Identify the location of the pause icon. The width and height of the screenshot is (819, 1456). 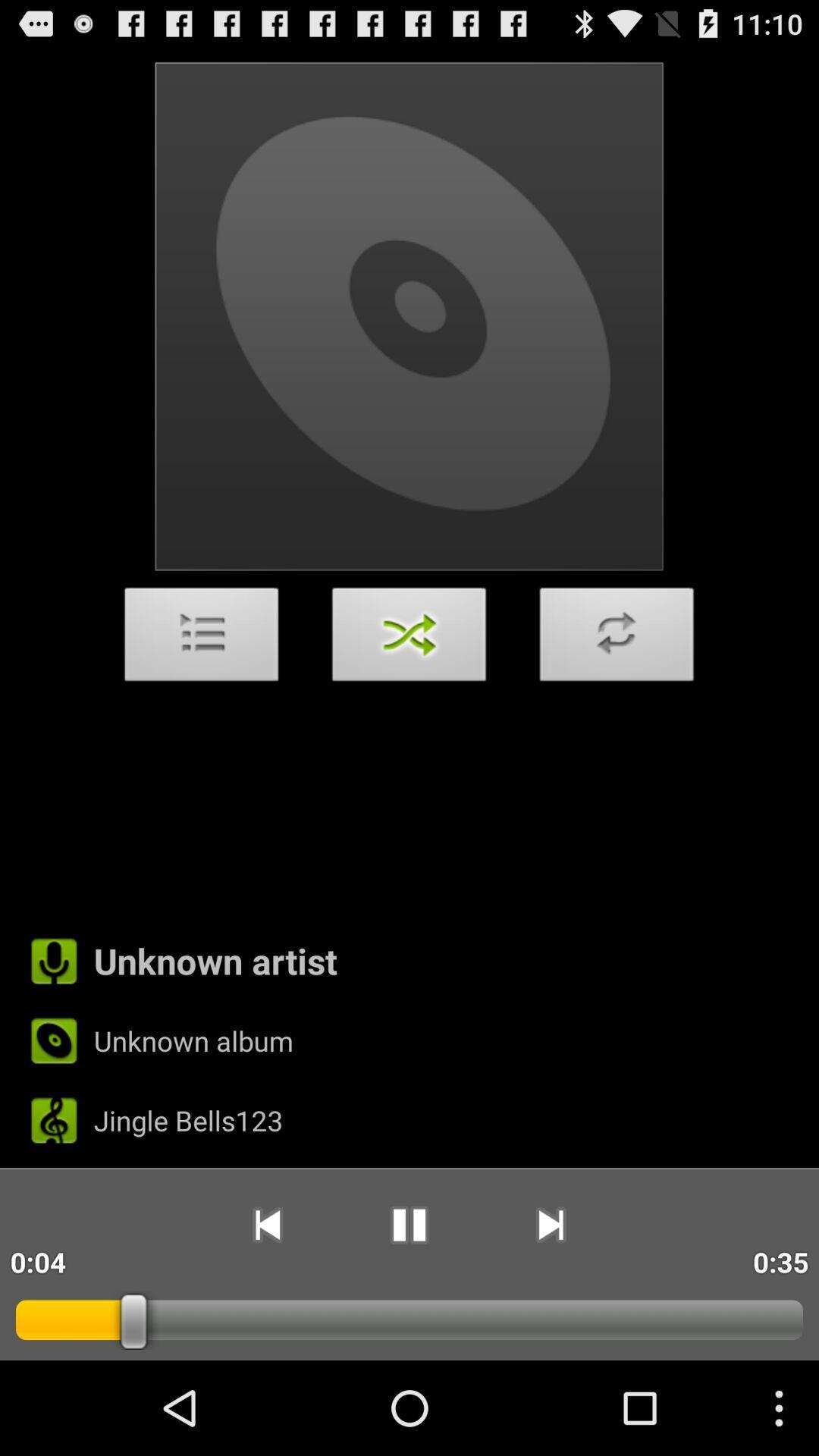
(408, 1310).